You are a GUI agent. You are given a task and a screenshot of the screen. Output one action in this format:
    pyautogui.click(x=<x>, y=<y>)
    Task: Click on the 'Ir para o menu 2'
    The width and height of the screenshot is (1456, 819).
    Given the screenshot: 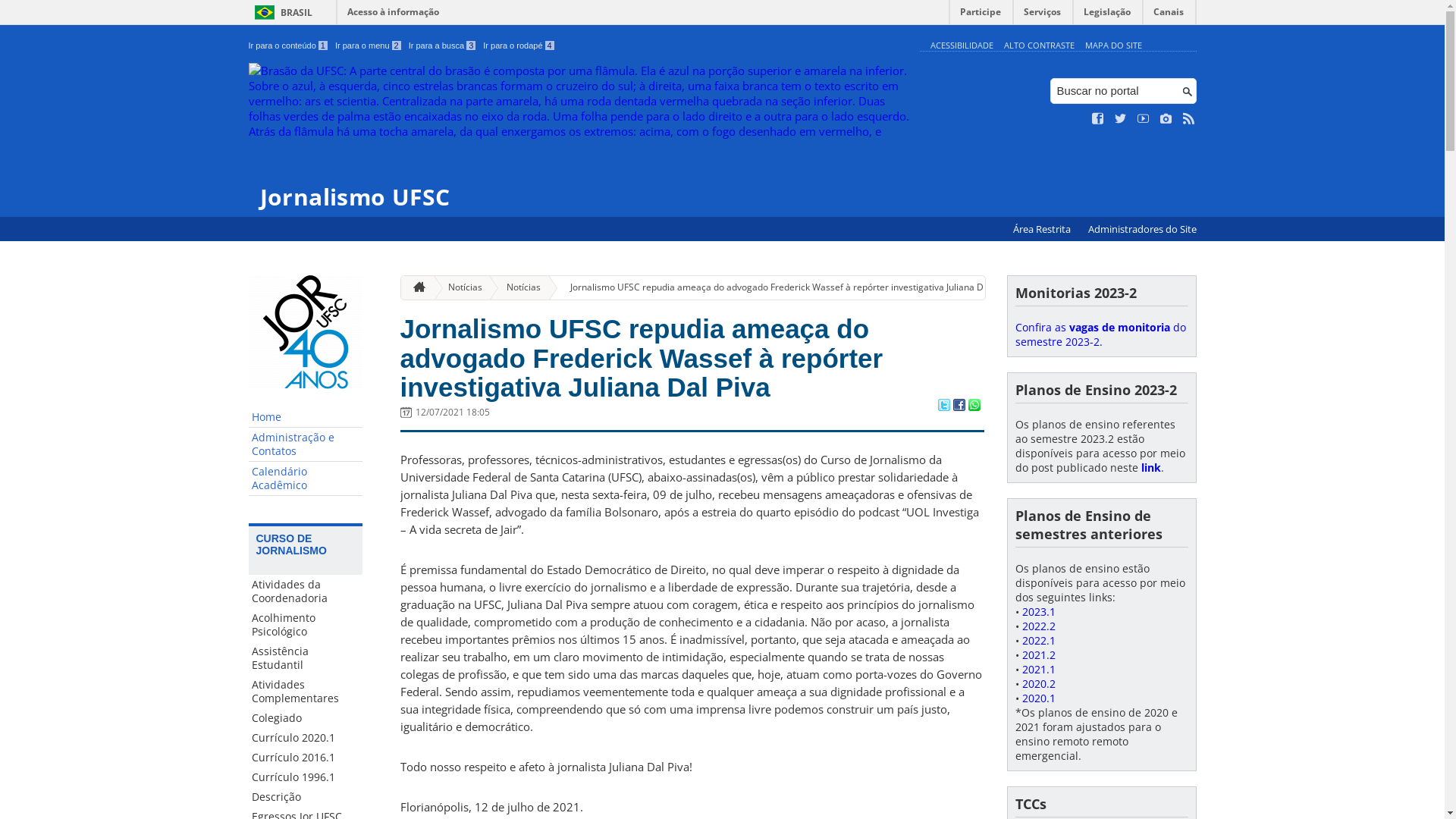 What is the action you would take?
    pyautogui.click(x=368, y=45)
    